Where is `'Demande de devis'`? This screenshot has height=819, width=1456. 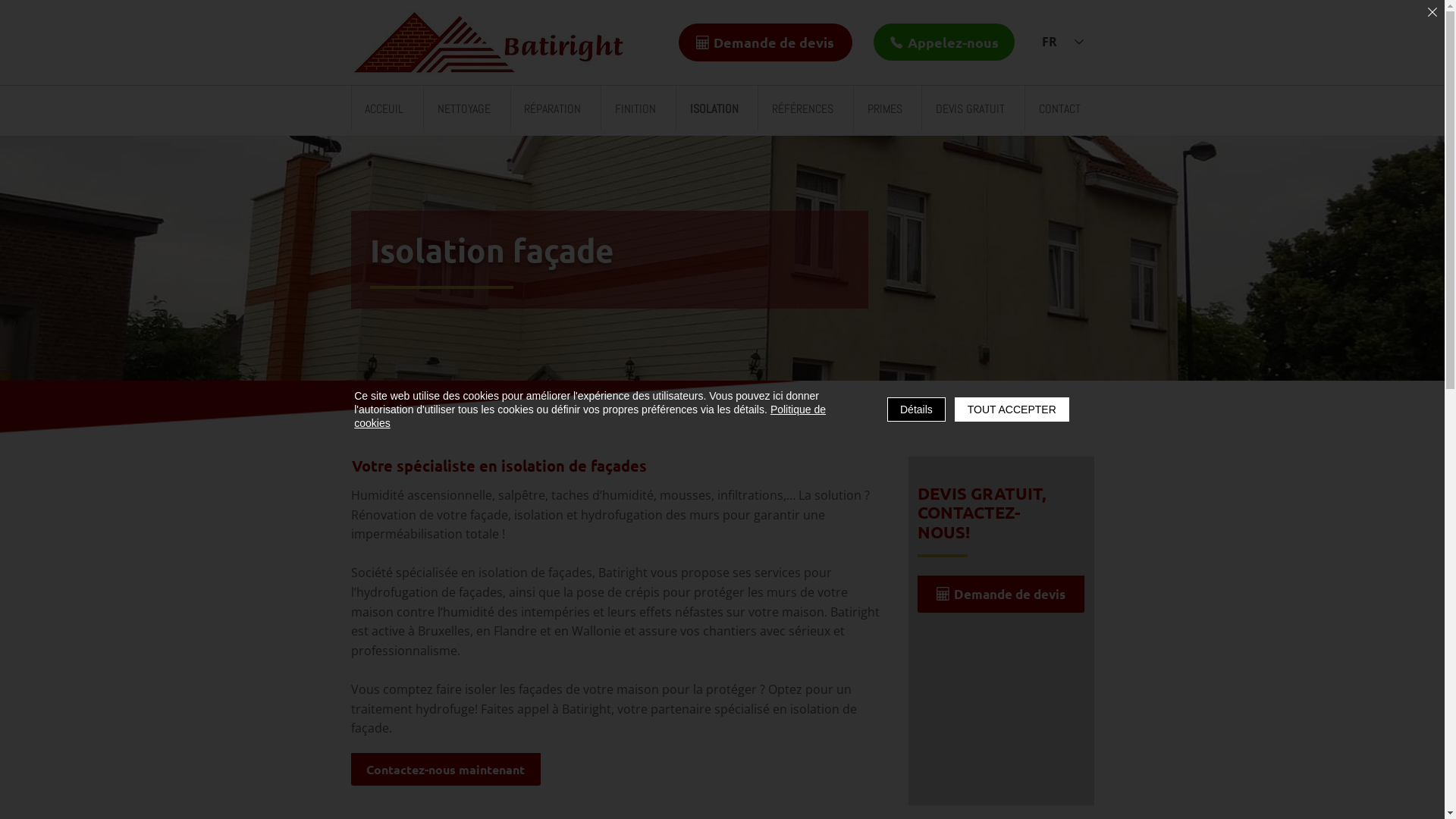 'Demande de devis' is located at coordinates (764, 42).